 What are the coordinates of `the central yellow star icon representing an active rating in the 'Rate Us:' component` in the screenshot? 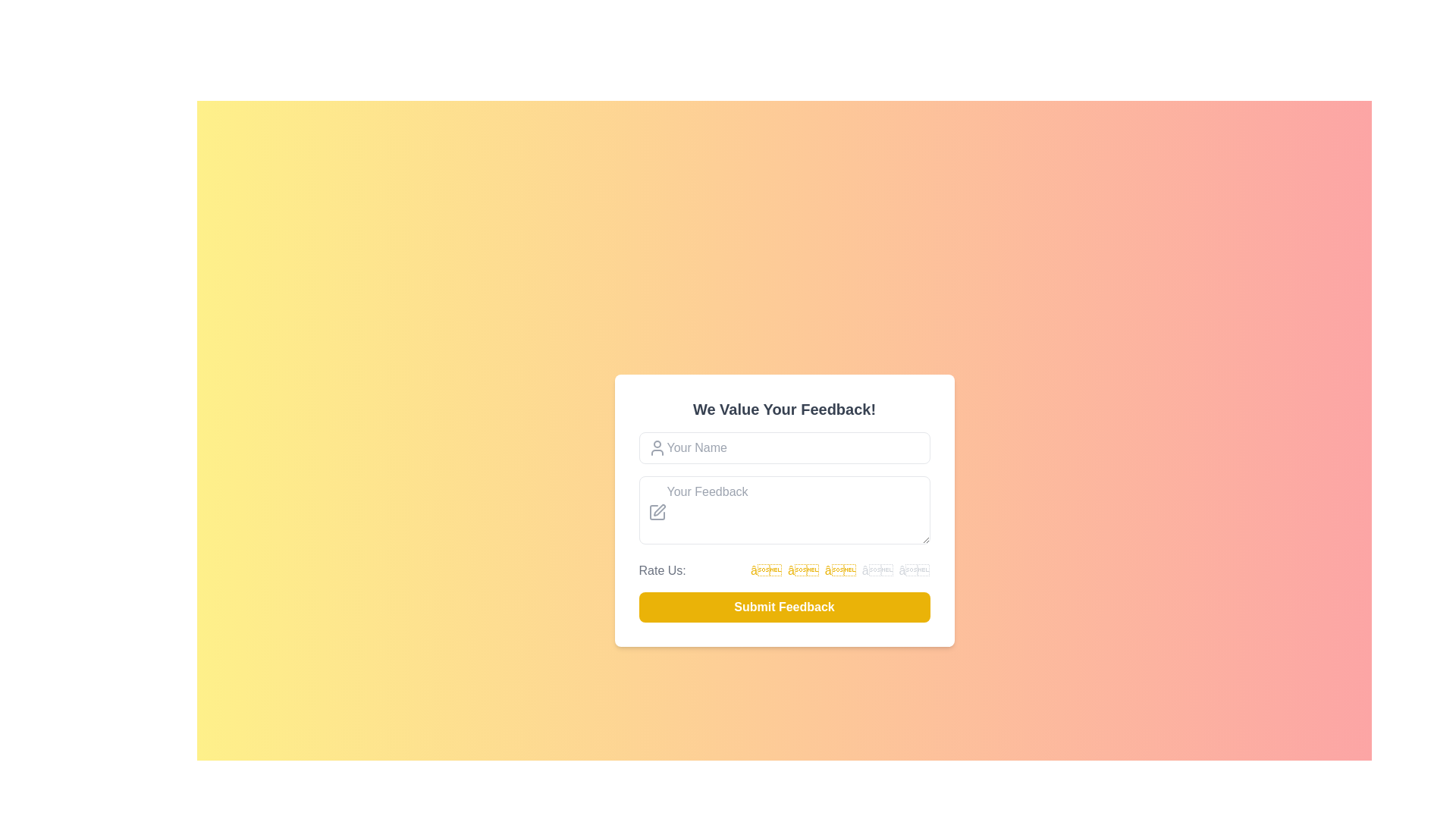 It's located at (839, 570).